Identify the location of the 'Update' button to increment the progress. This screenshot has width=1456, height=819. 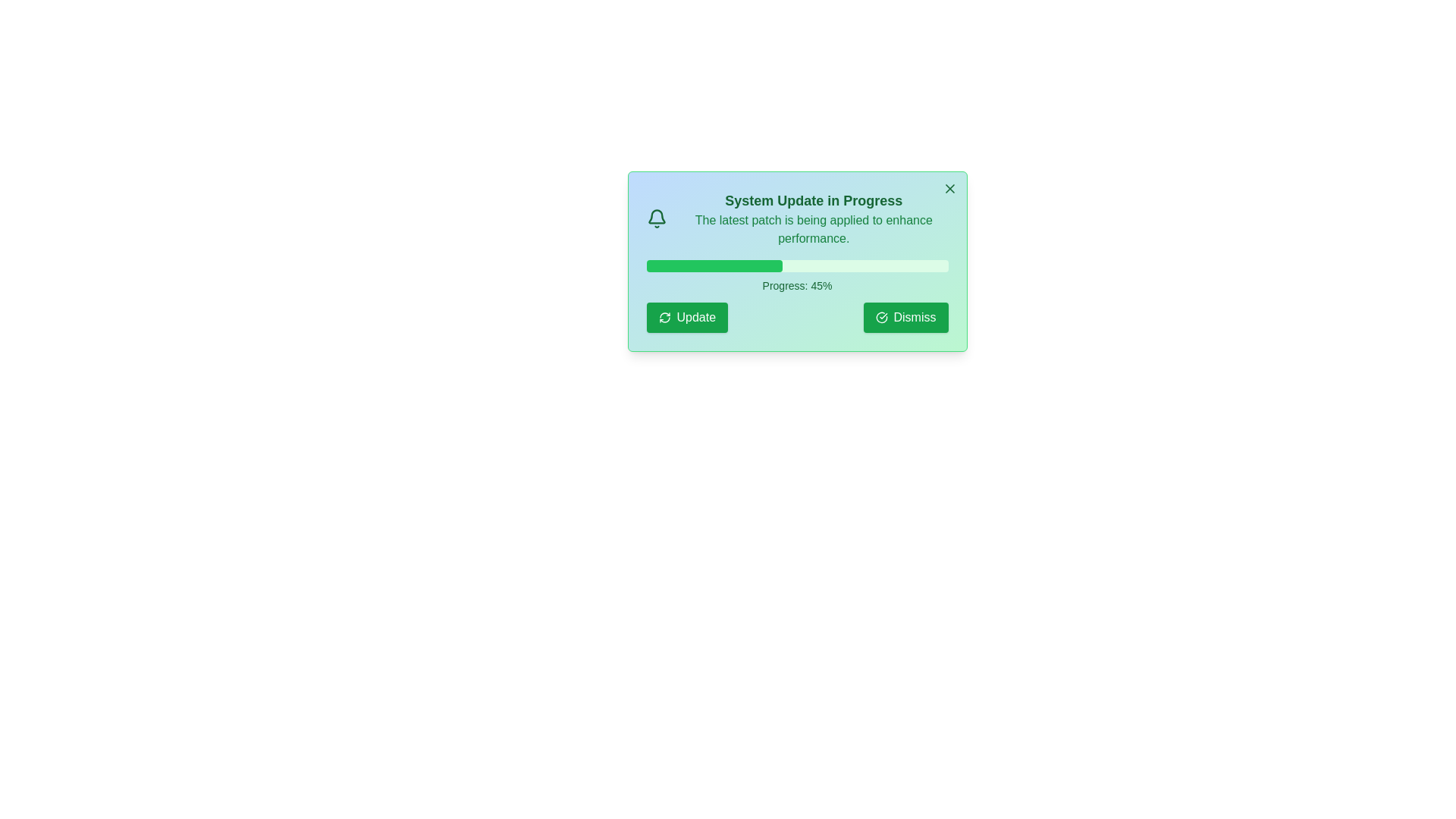
(686, 317).